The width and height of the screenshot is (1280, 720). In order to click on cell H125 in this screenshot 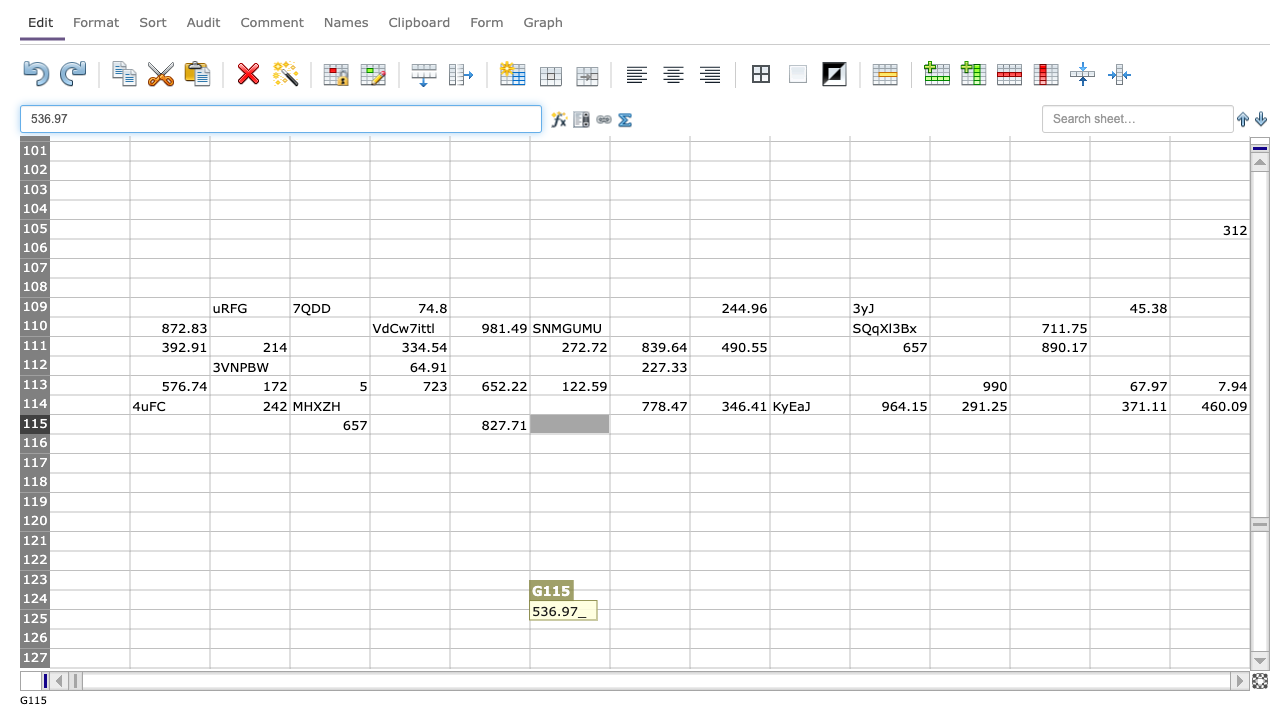, I will do `click(649, 618)`.